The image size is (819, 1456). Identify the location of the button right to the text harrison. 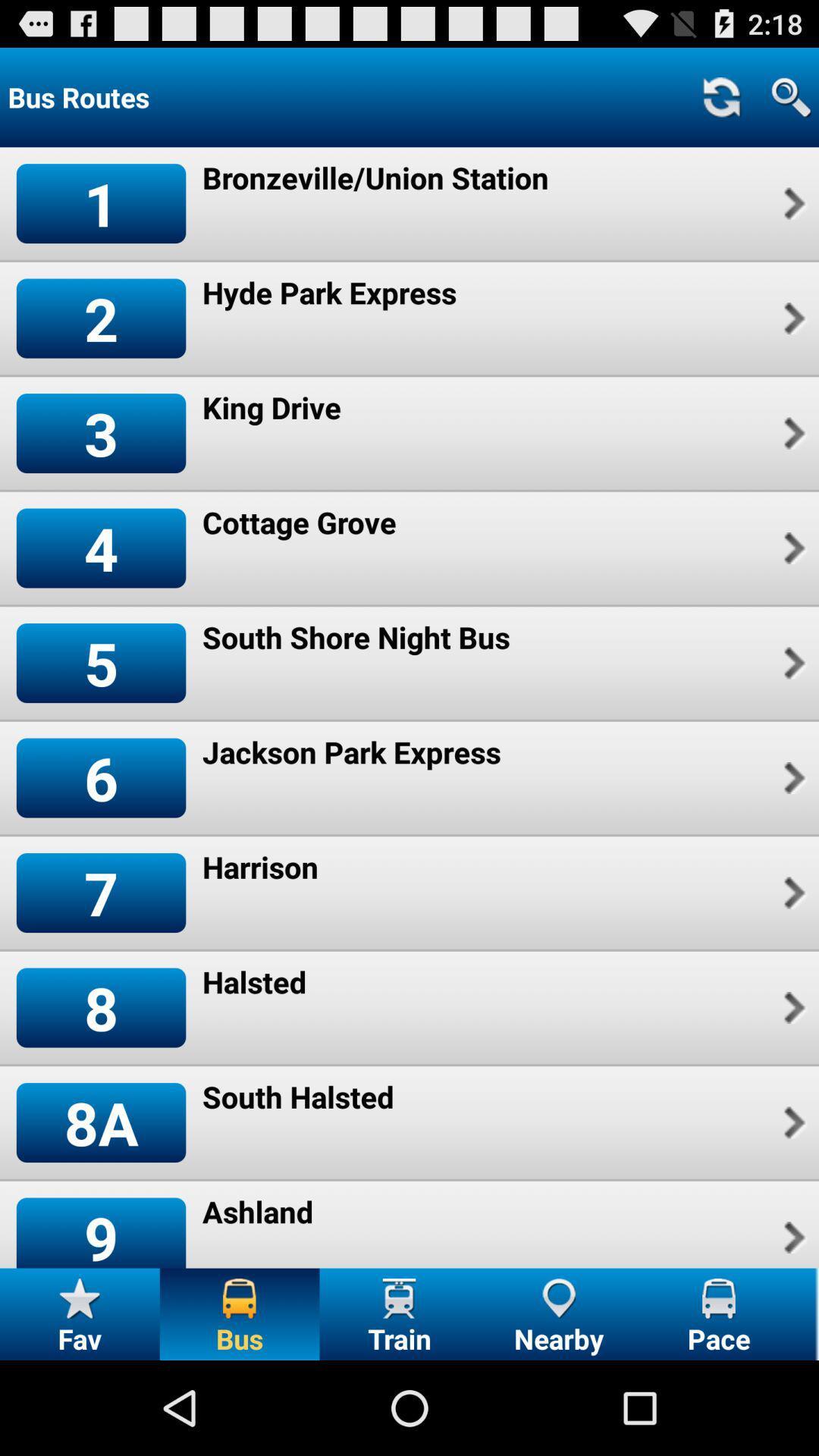
(792, 893).